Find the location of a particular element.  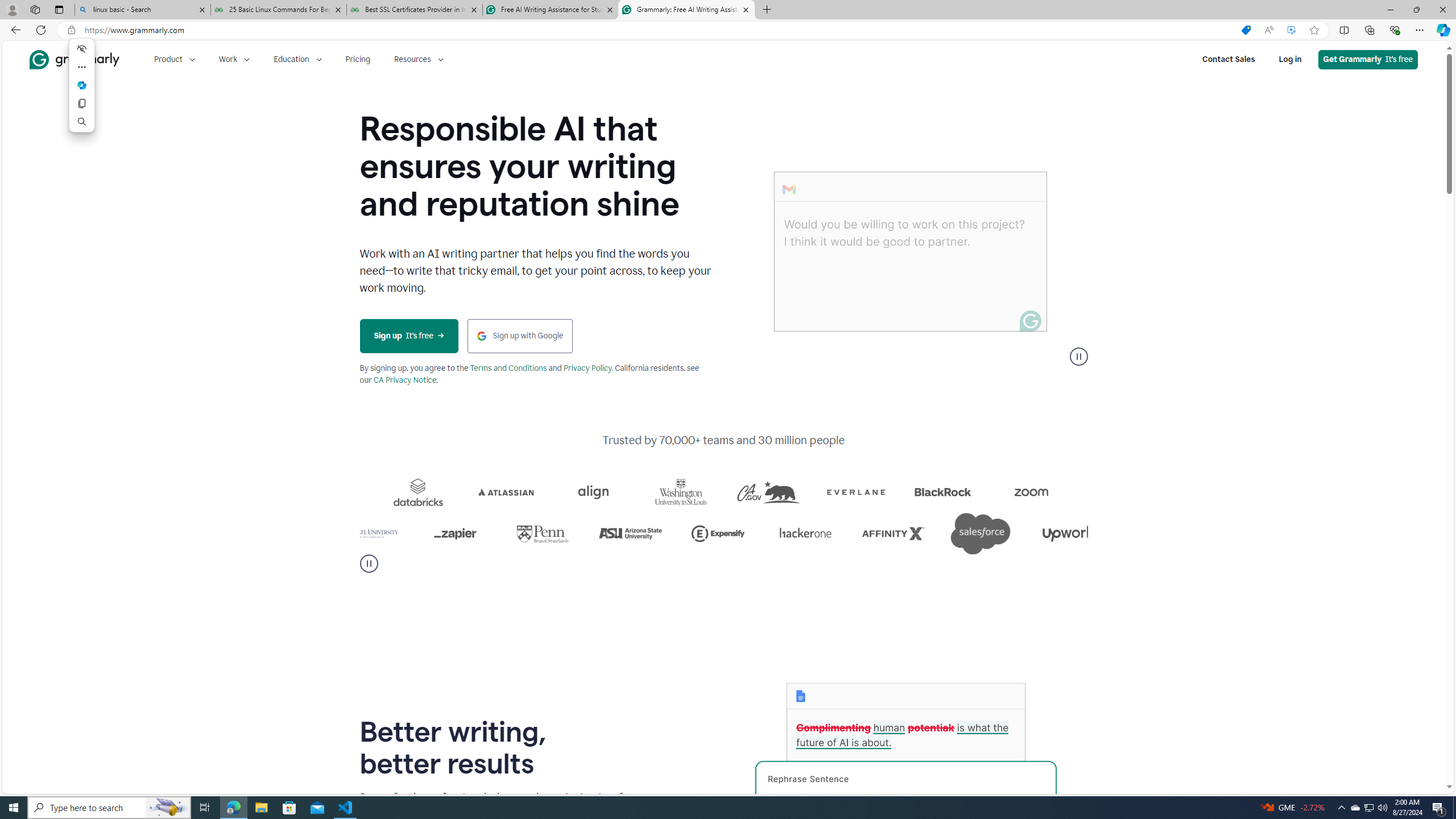

'Mini menu on text selection' is located at coordinates (81, 85).